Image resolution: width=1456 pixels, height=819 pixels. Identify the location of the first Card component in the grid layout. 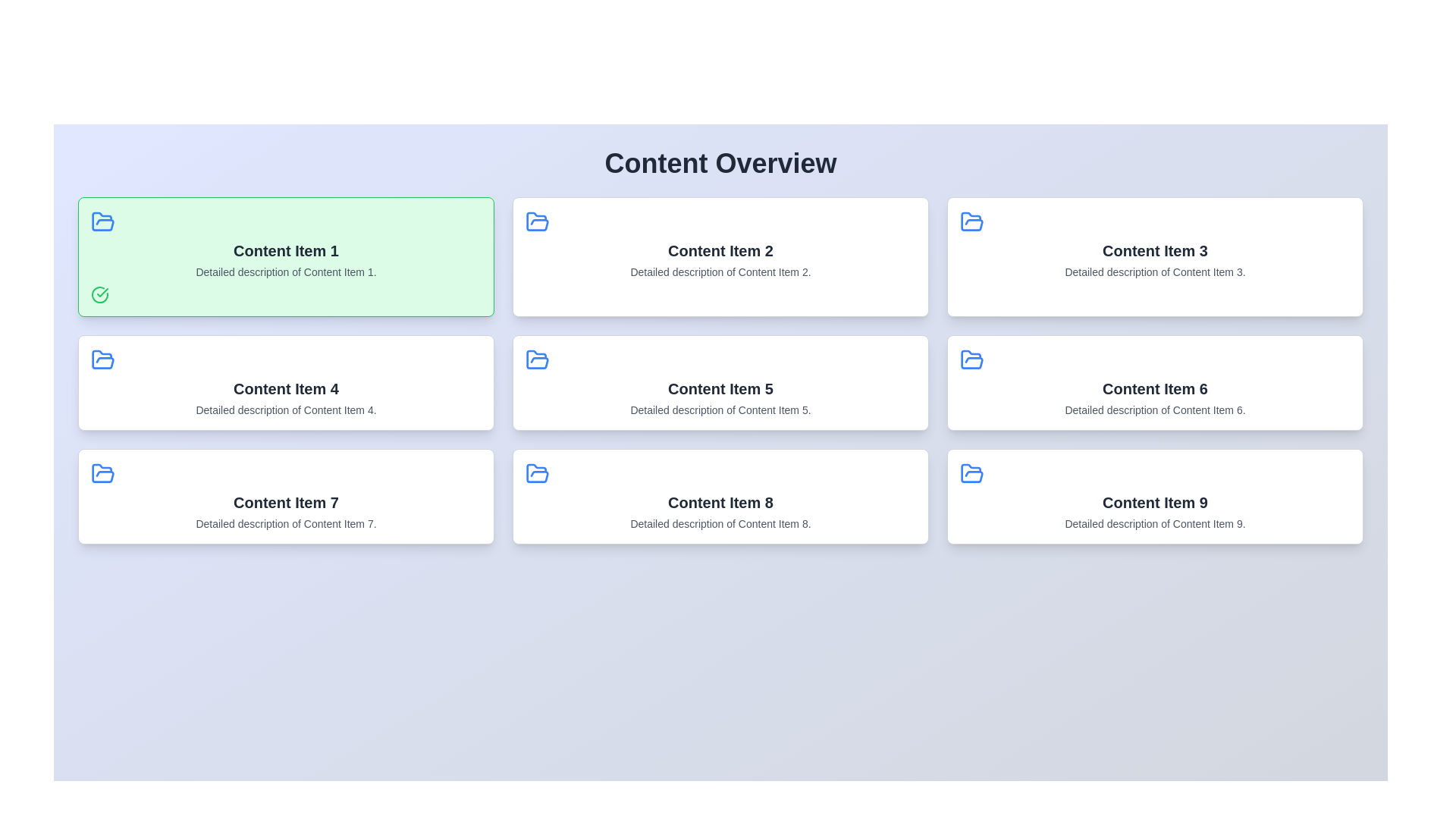
(286, 256).